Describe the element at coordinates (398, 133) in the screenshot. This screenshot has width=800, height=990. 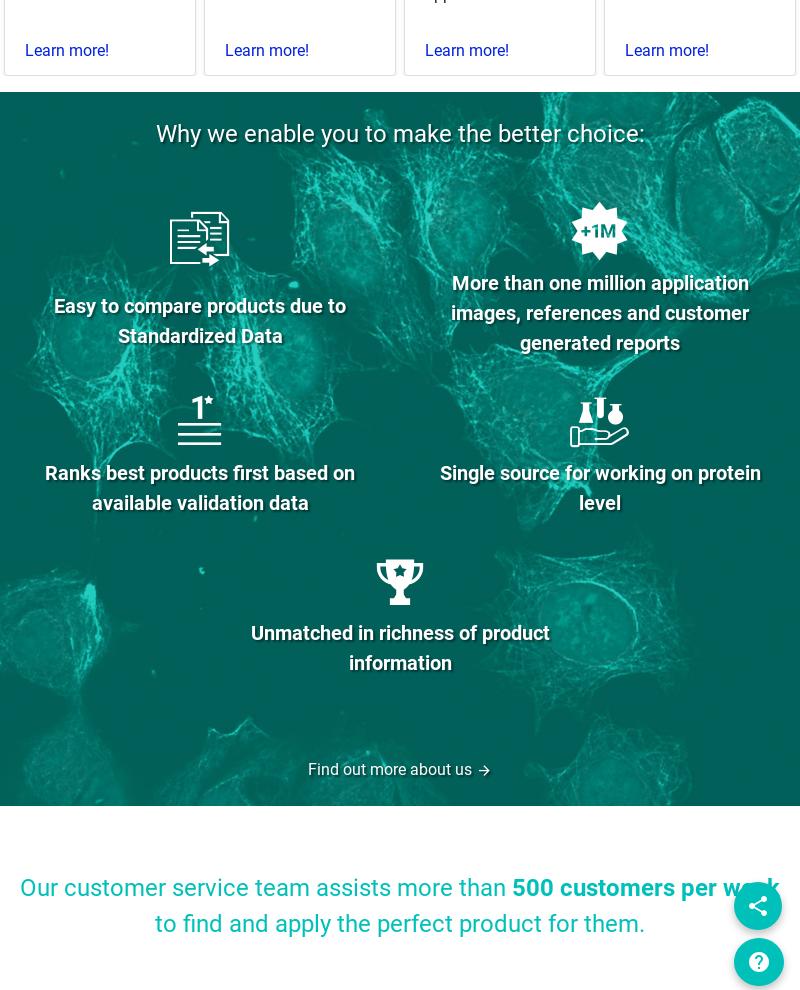
I see `'Why we enable you to make the better choice:'` at that location.